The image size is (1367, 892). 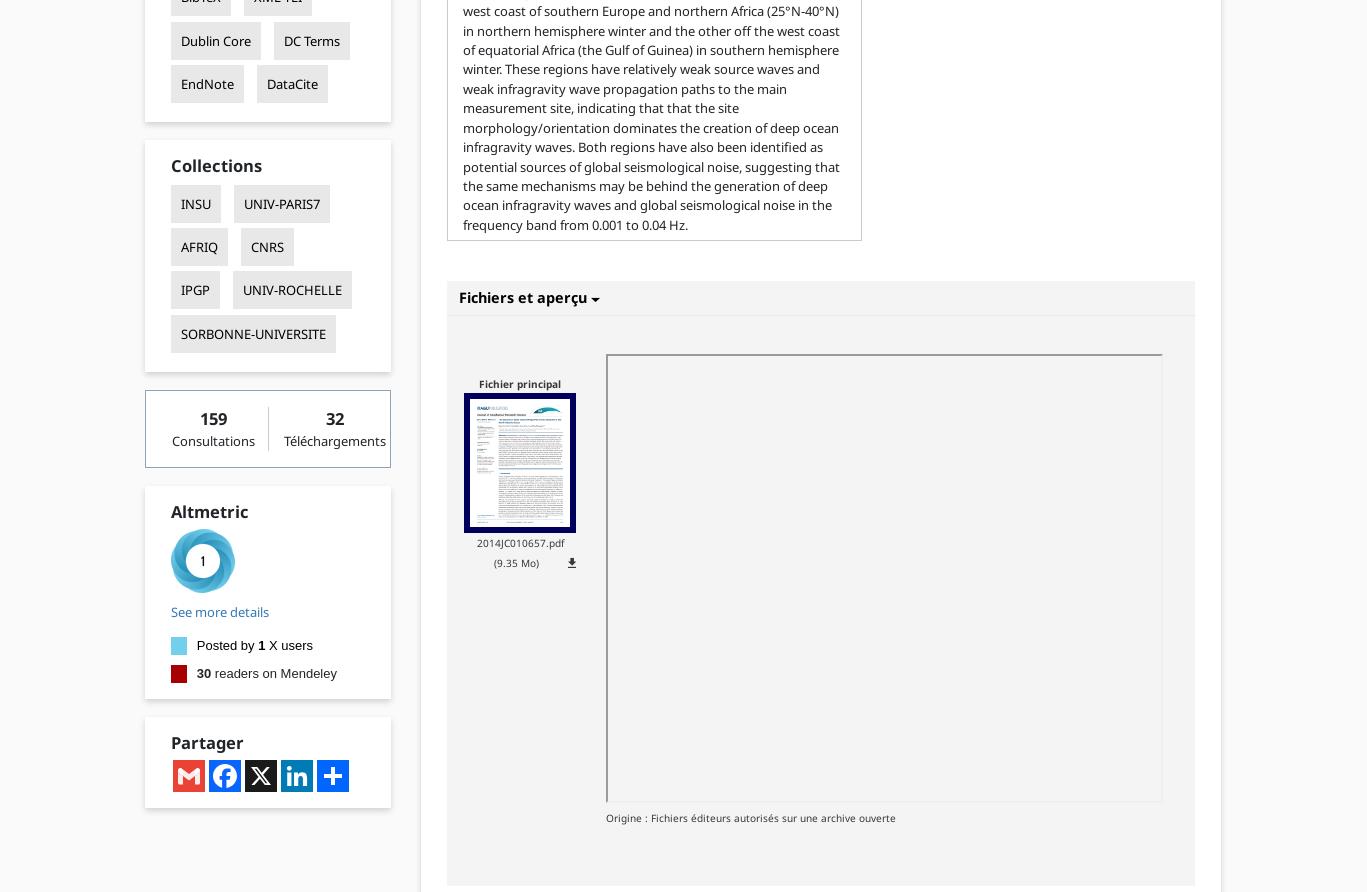 What do you see at coordinates (179, 82) in the screenshot?
I see `'EndNote'` at bounding box center [179, 82].